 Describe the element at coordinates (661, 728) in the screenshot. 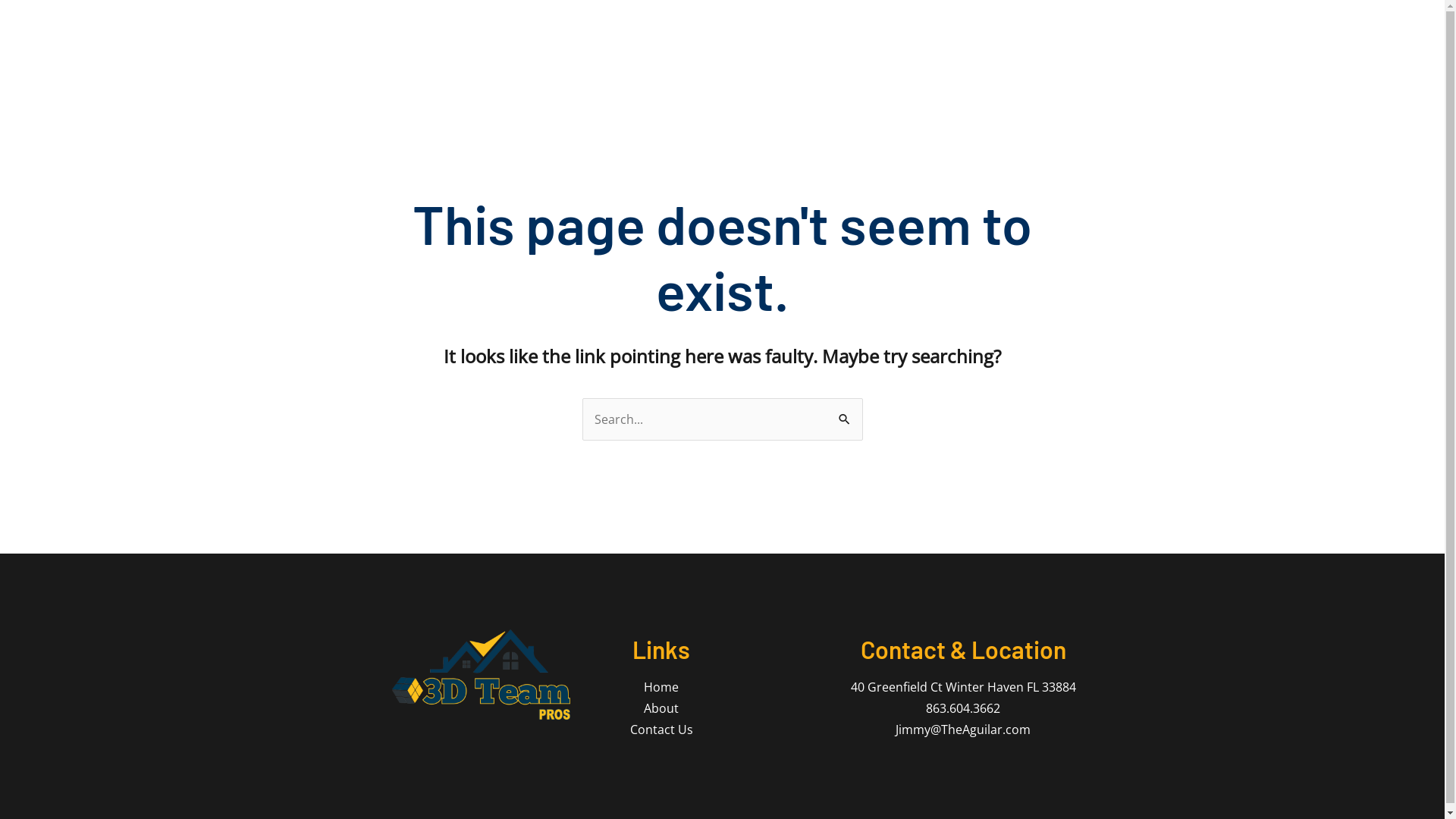

I see `'Contact Us'` at that location.